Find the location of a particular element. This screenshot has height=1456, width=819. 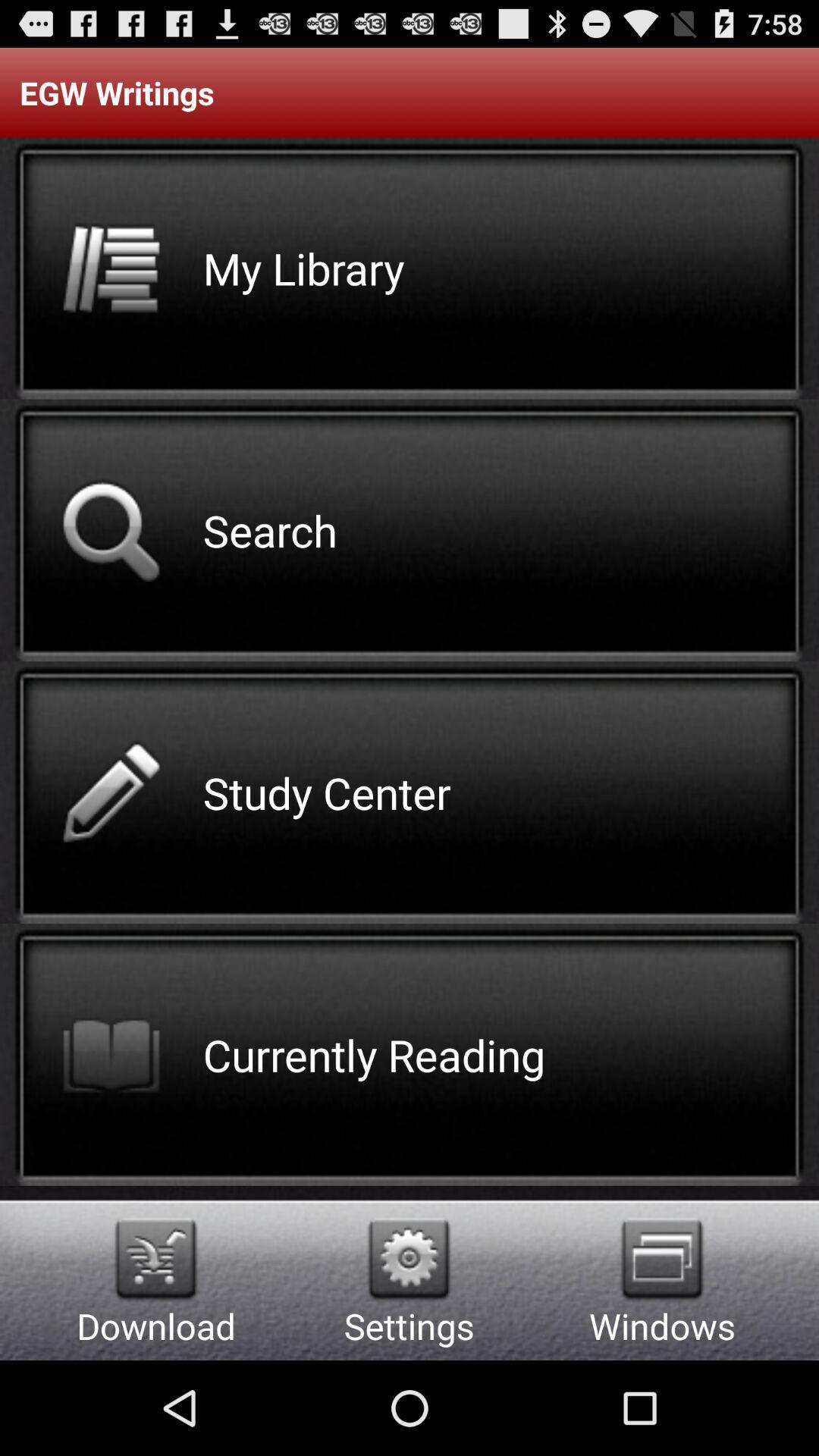

the icon to the left of the windows icon is located at coordinates (408, 1259).